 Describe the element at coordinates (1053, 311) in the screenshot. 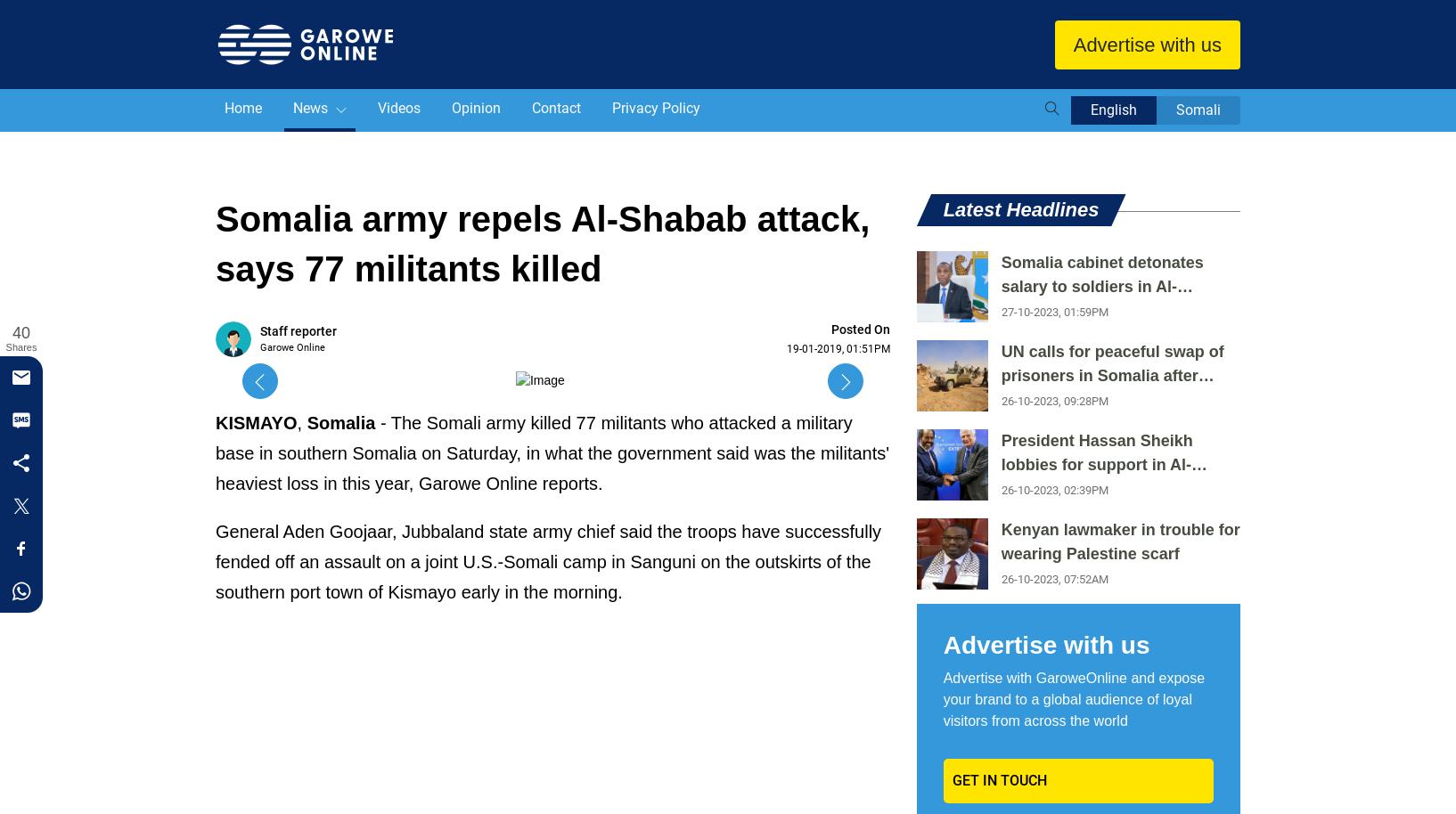

I see `'27-10-2023, 01:59PM'` at that location.